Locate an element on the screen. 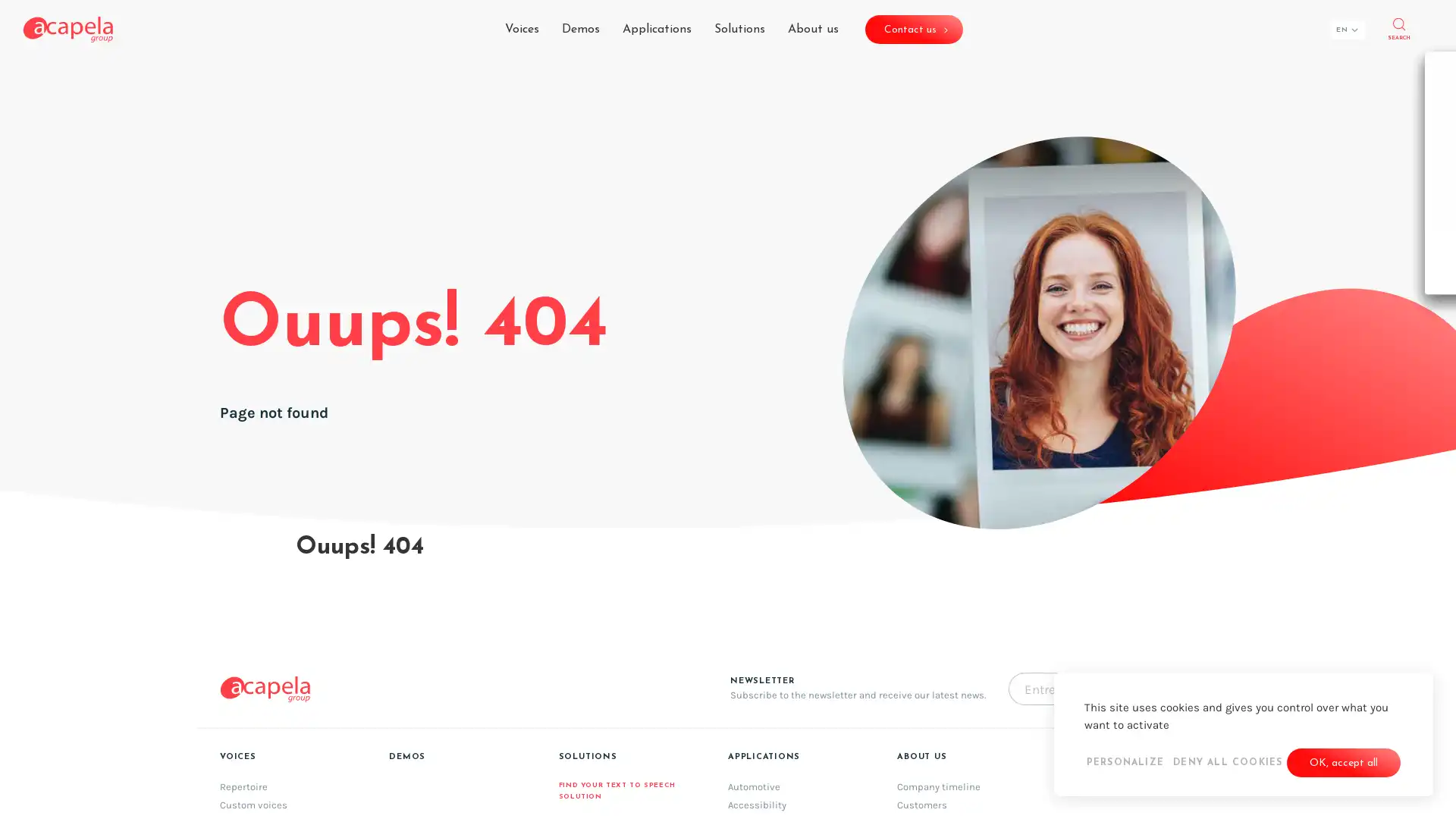  Sign up is located at coordinates (901, 517).